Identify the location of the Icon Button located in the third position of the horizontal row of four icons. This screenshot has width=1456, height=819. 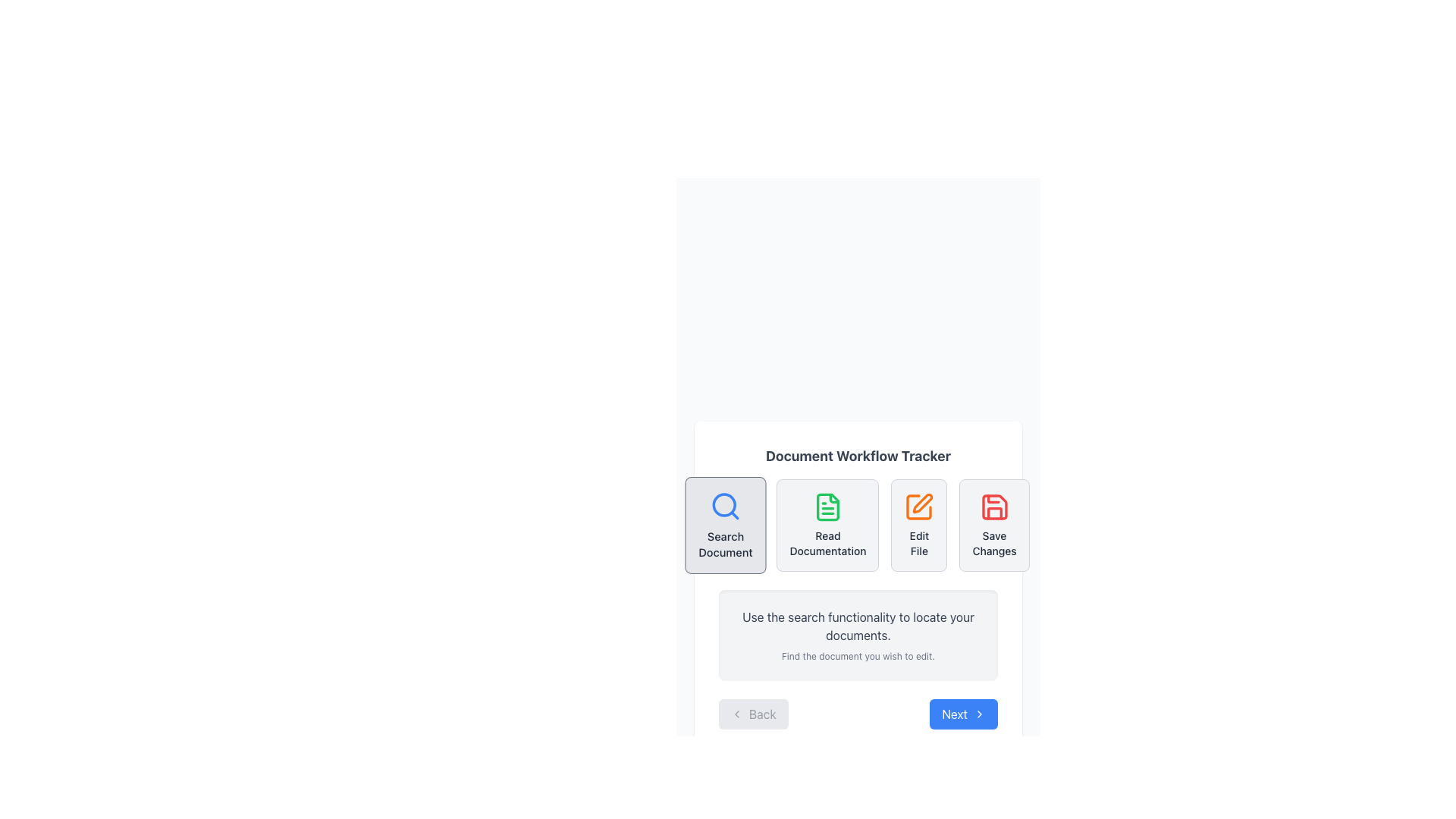
(918, 507).